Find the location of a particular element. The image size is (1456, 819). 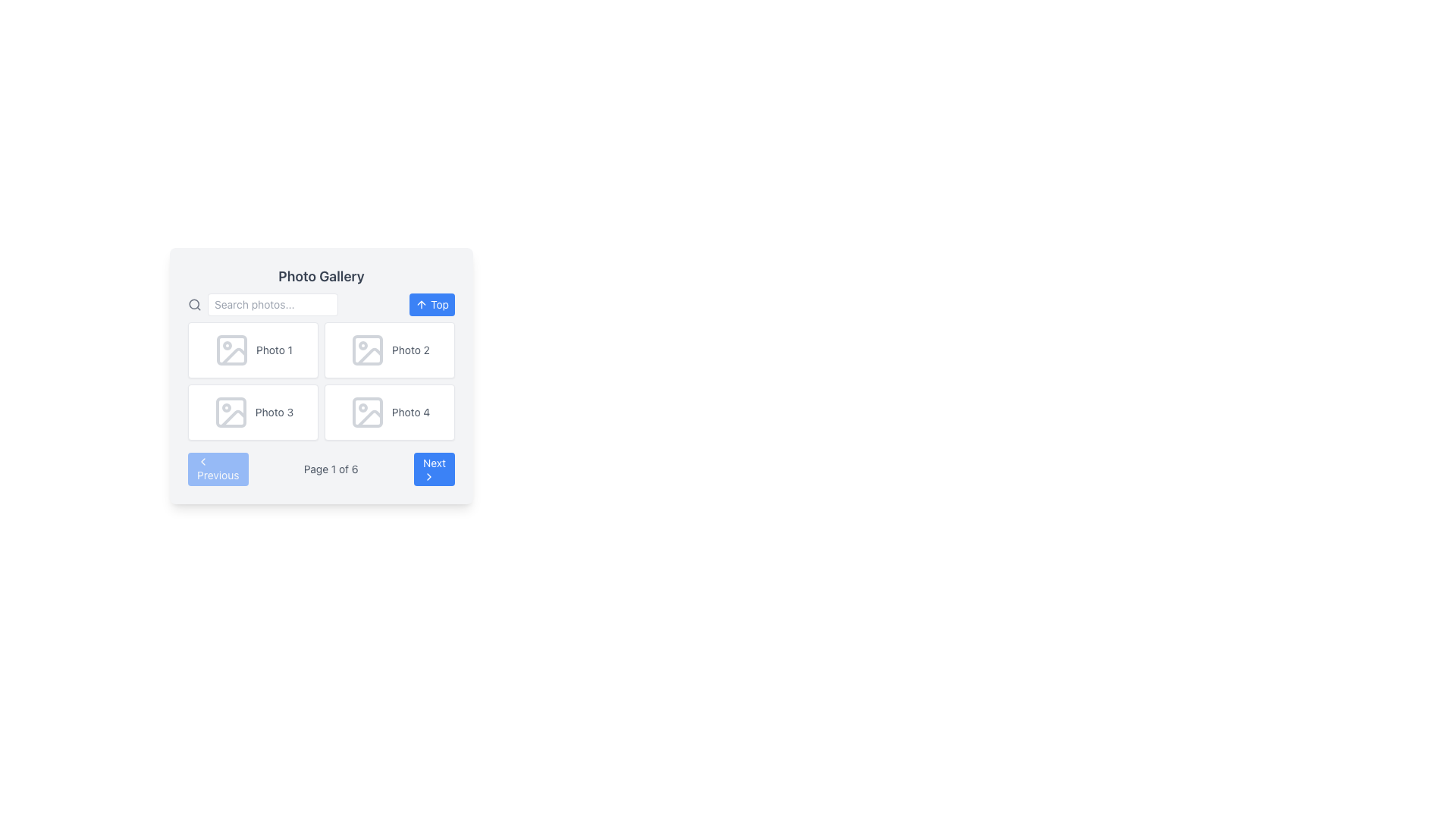

the SVG icon representing the image symbol within the white, bordered, rounded rectangular block labeled 'Photo 1' in the upper-left corner of the grid of placeholders is located at coordinates (231, 350).